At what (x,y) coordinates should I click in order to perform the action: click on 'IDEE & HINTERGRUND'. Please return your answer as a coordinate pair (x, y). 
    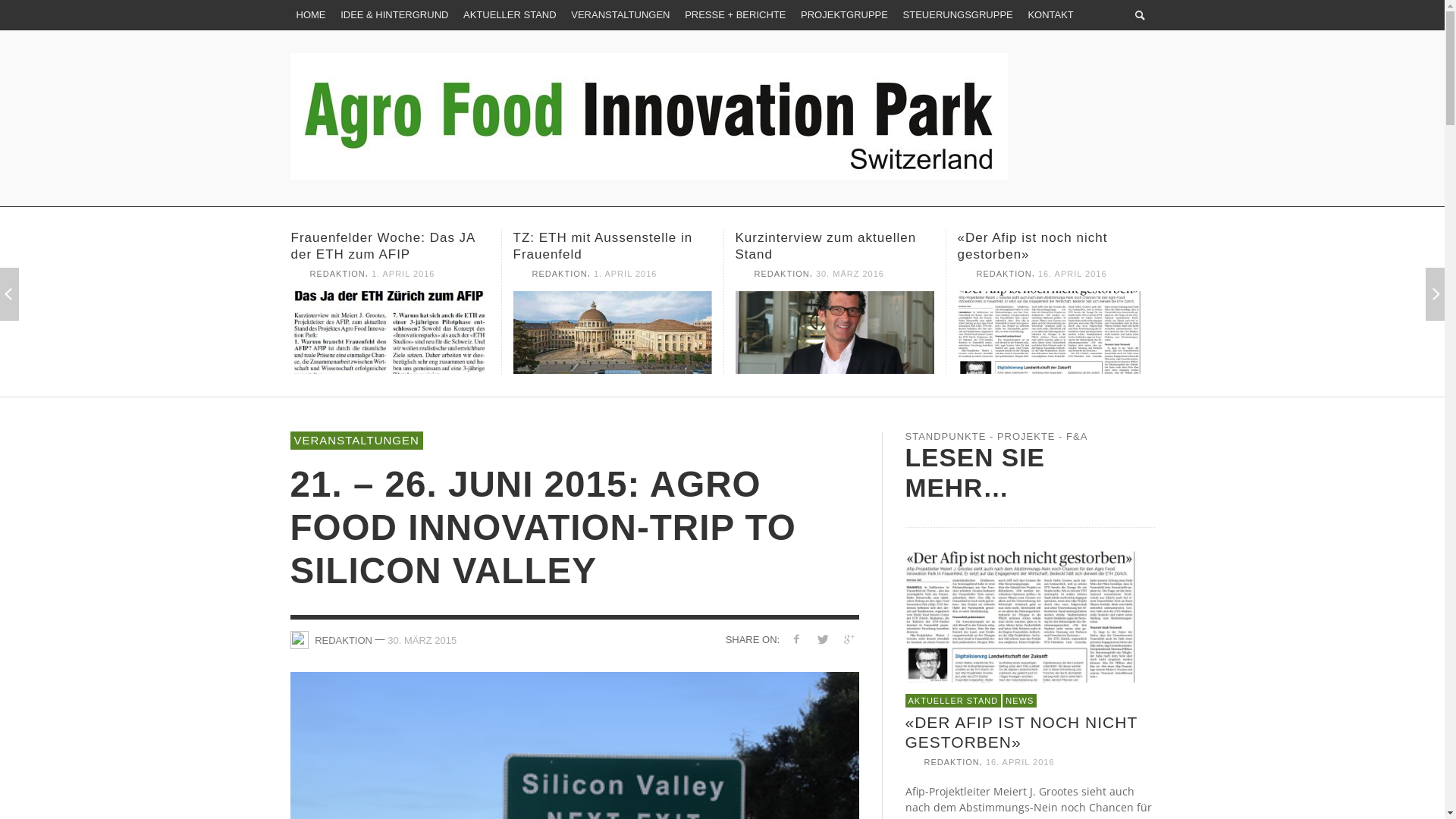
    Looking at the image, I should click on (394, 14).